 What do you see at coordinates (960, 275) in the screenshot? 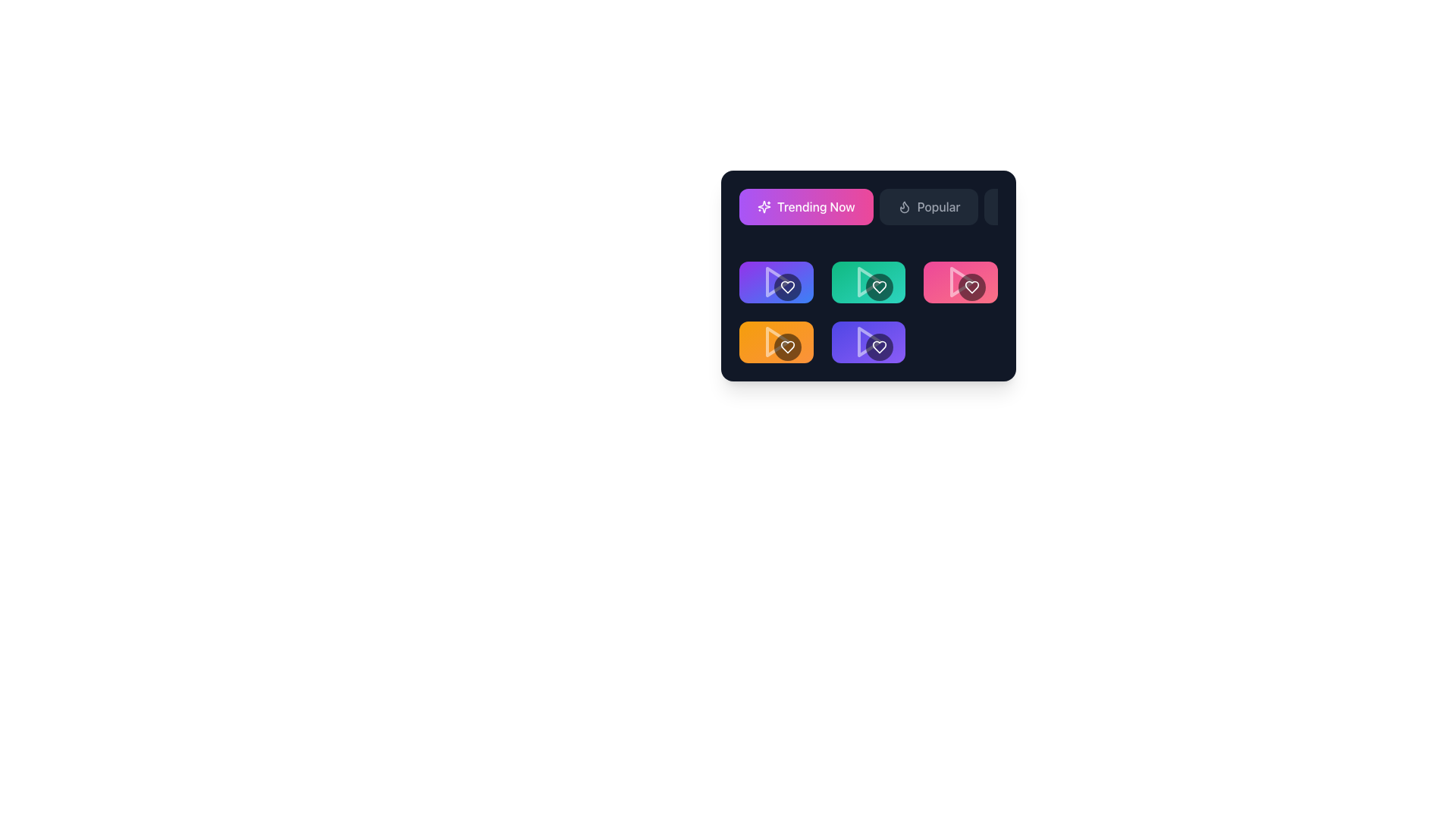
I see `the third button in the second row of the grid layout below the 'Trending Now' navigation bar to interact with the like feature` at bounding box center [960, 275].